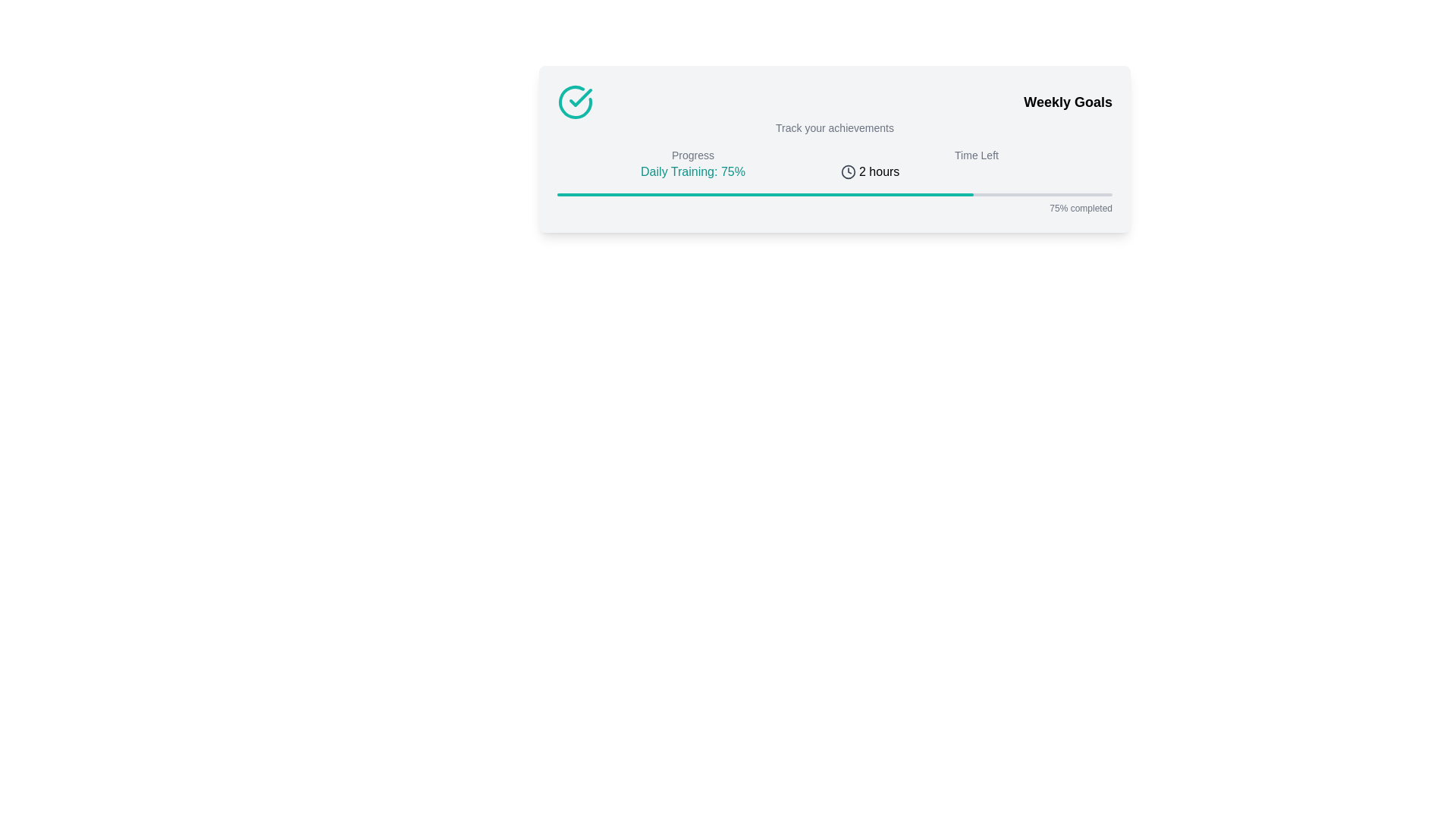  I want to click on the status indicator text that shows the percentage of daily training completed, located directly underneath the 'Progress' label, so click(692, 171).